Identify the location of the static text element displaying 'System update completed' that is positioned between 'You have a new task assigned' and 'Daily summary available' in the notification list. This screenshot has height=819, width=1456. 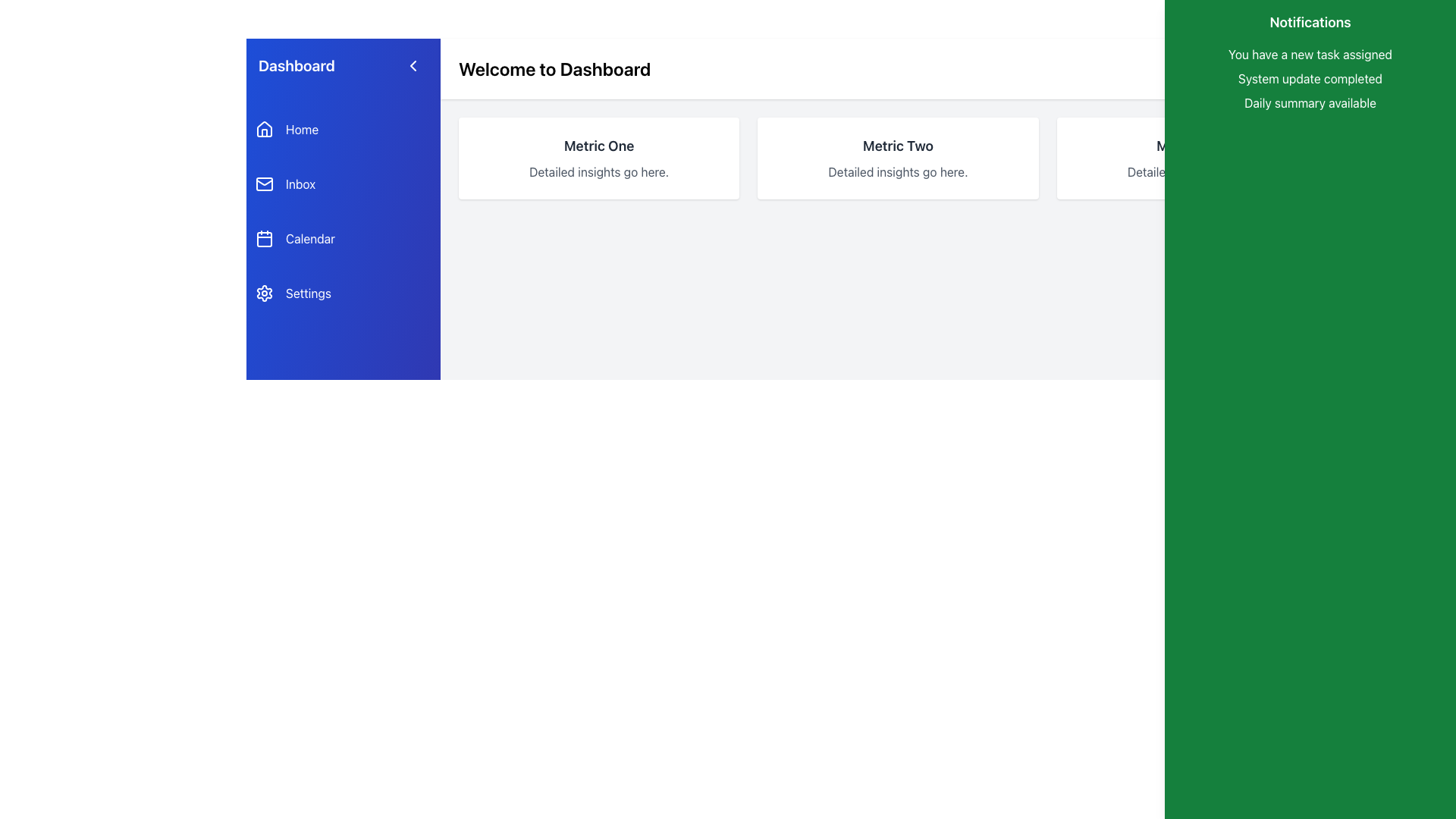
(1310, 79).